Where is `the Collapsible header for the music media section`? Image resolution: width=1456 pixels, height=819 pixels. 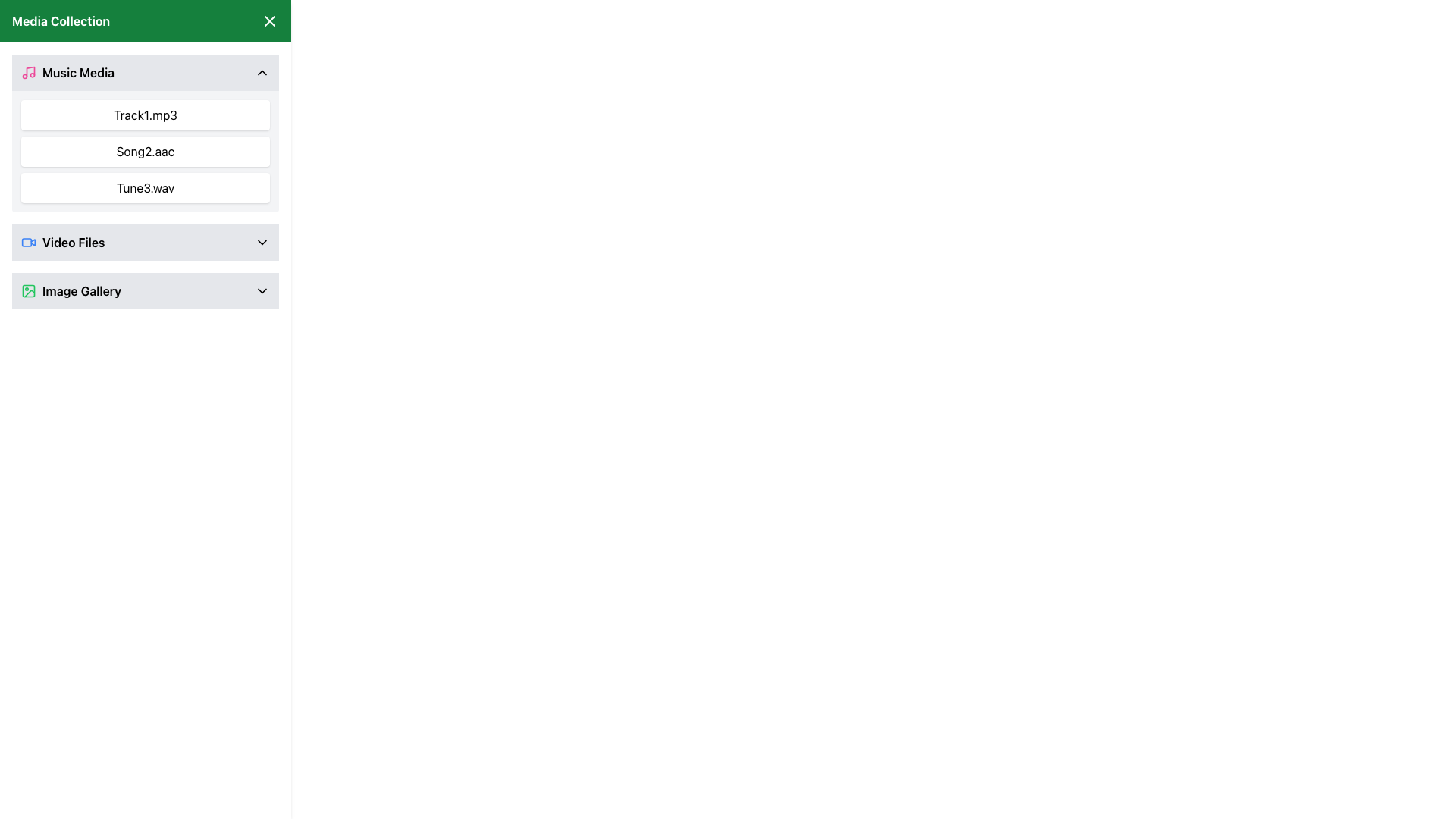 the Collapsible header for the music media section is located at coordinates (67, 73).